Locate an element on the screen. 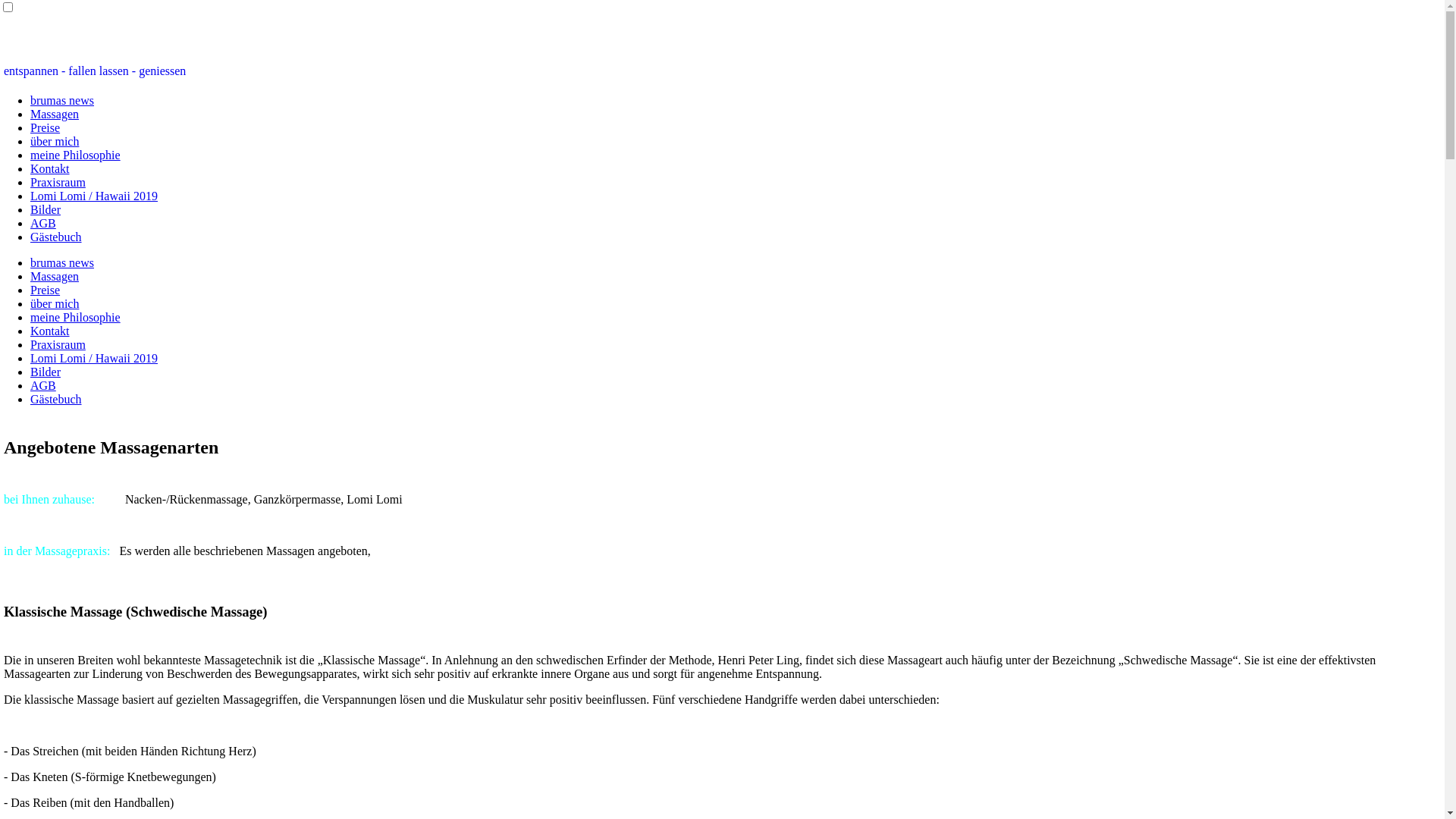 This screenshot has width=1456, height=819. 'AGB' is located at coordinates (30, 384).